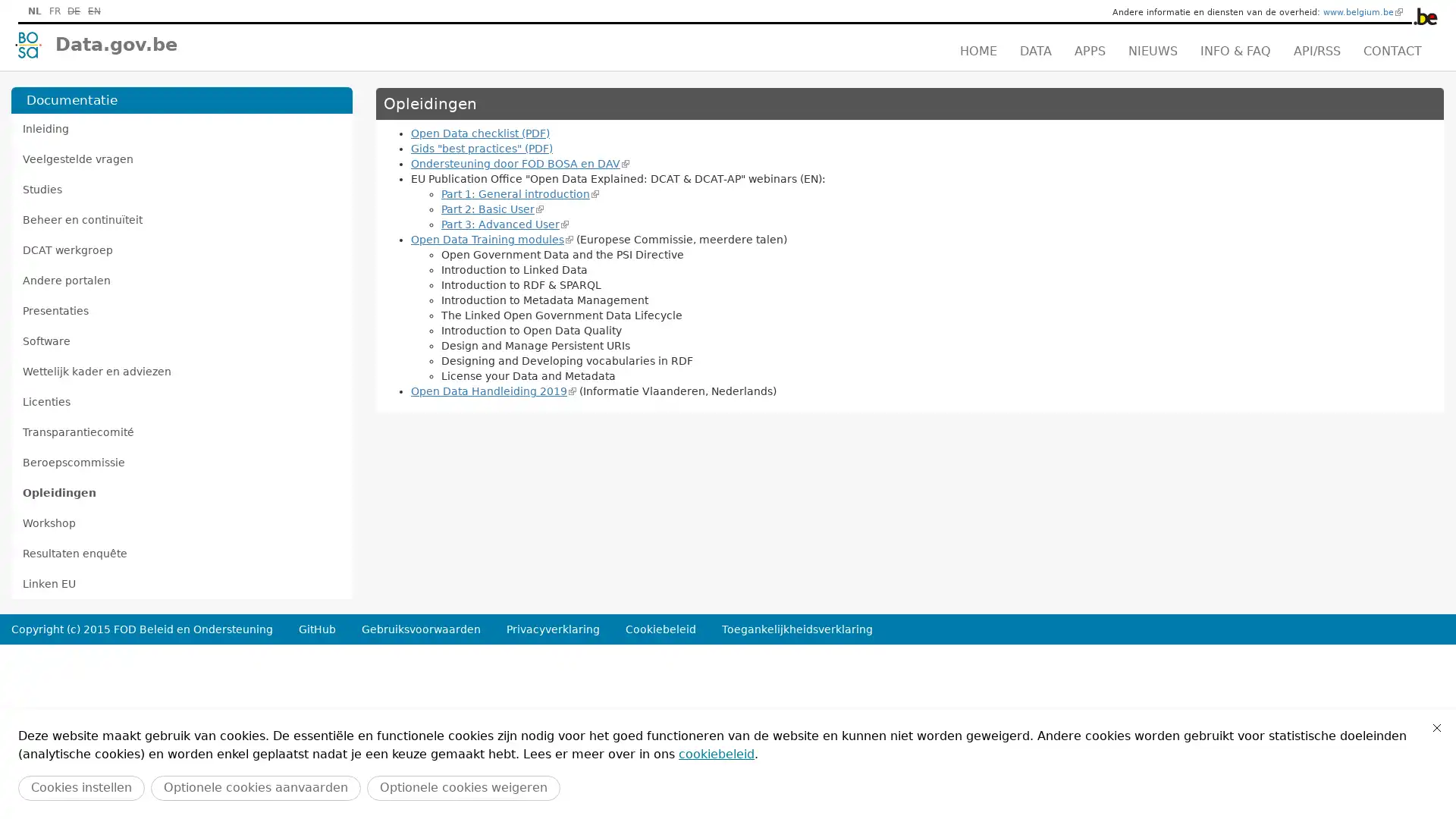 The width and height of the screenshot is (1456, 819). I want to click on Cookies instellen, so click(80, 787).